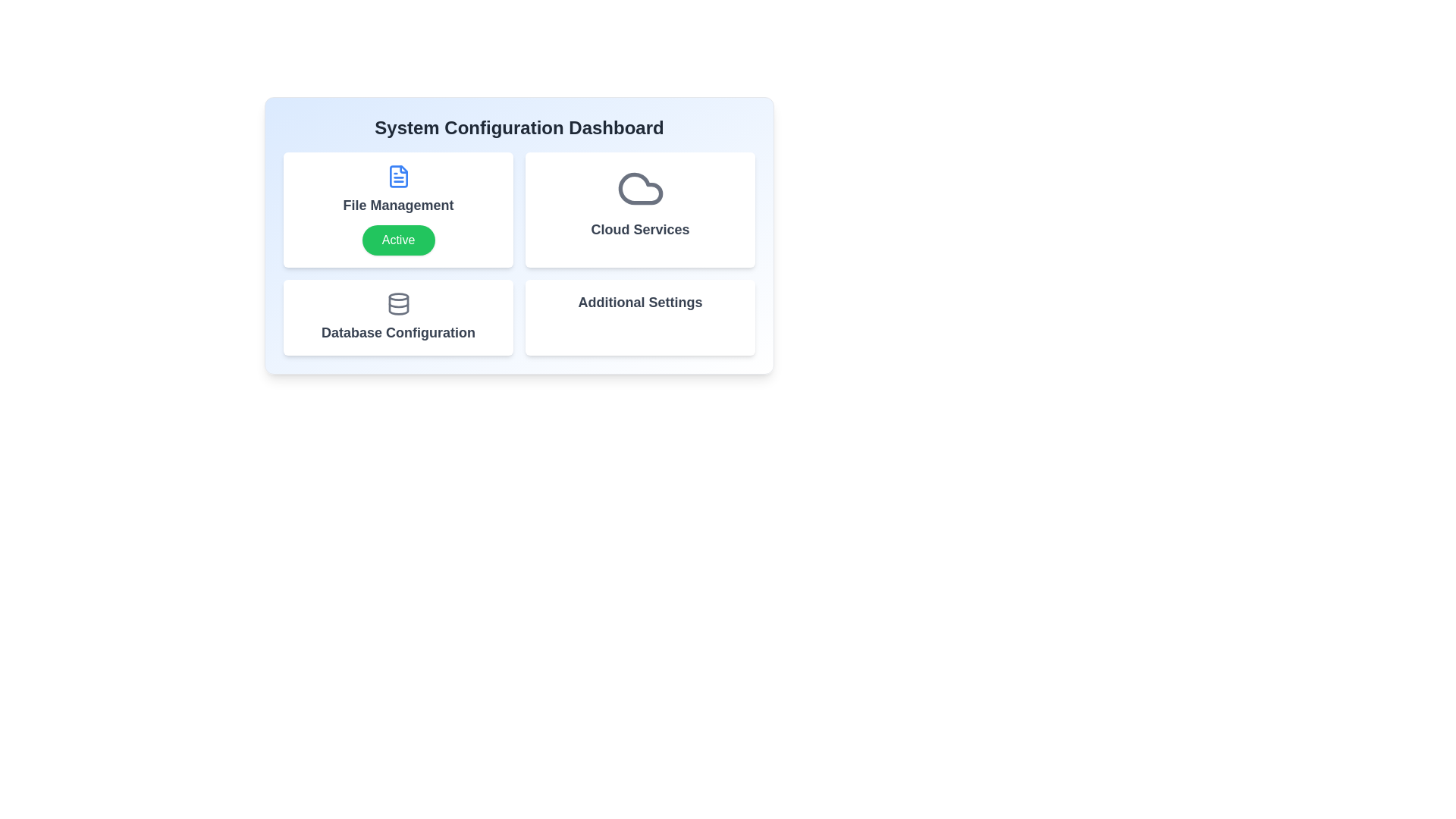 The height and width of the screenshot is (819, 1456). What do you see at coordinates (640, 210) in the screenshot?
I see `the 'Cloud Services' informational card located in the top-right position of the grid, adjacent to the 'File Management' card on its left` at bounding box center [640, 210].